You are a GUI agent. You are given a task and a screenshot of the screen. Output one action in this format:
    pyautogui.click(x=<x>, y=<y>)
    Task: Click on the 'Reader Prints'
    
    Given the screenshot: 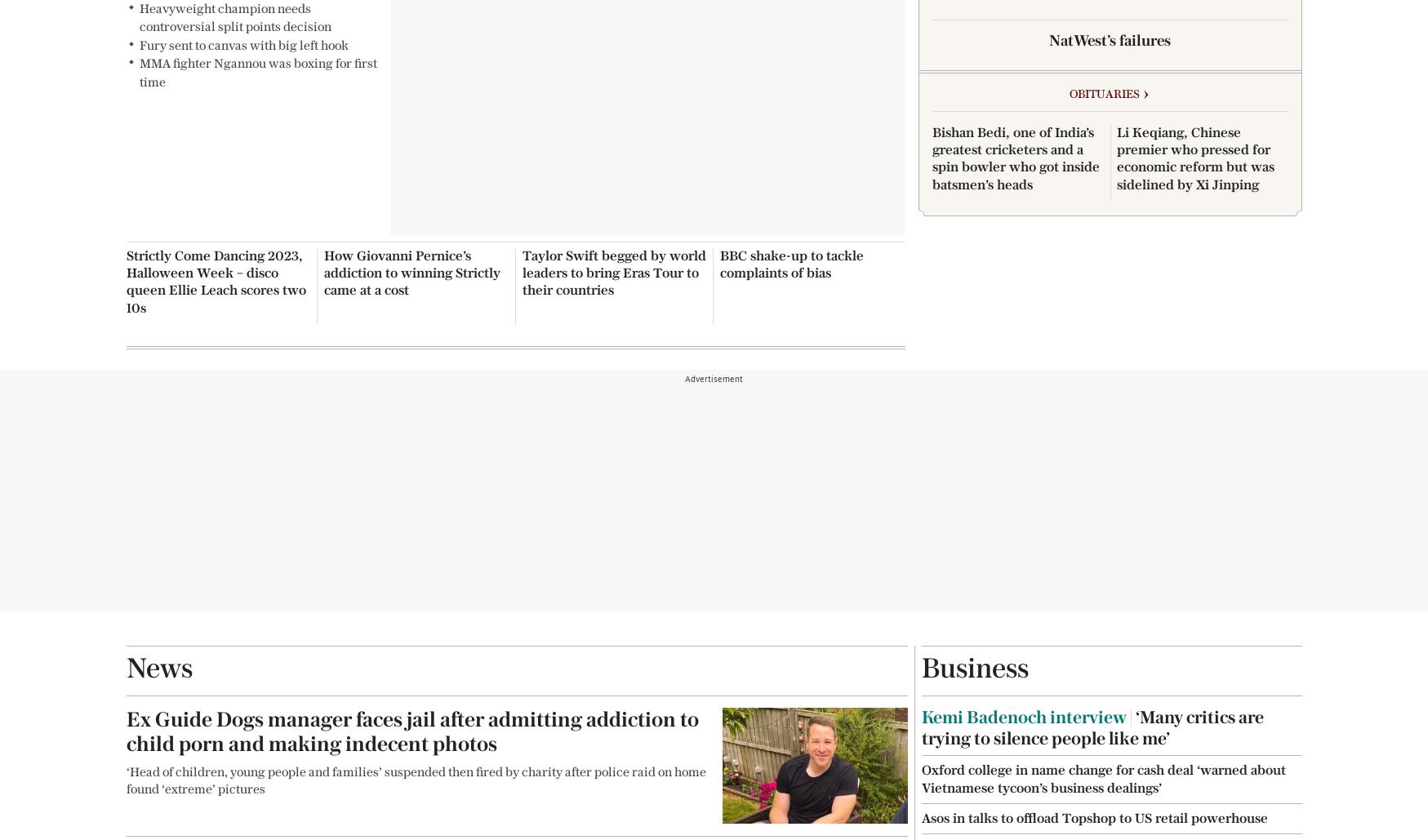 What is the action you would take?
    pyautogui.click(x=914, y=44)
    